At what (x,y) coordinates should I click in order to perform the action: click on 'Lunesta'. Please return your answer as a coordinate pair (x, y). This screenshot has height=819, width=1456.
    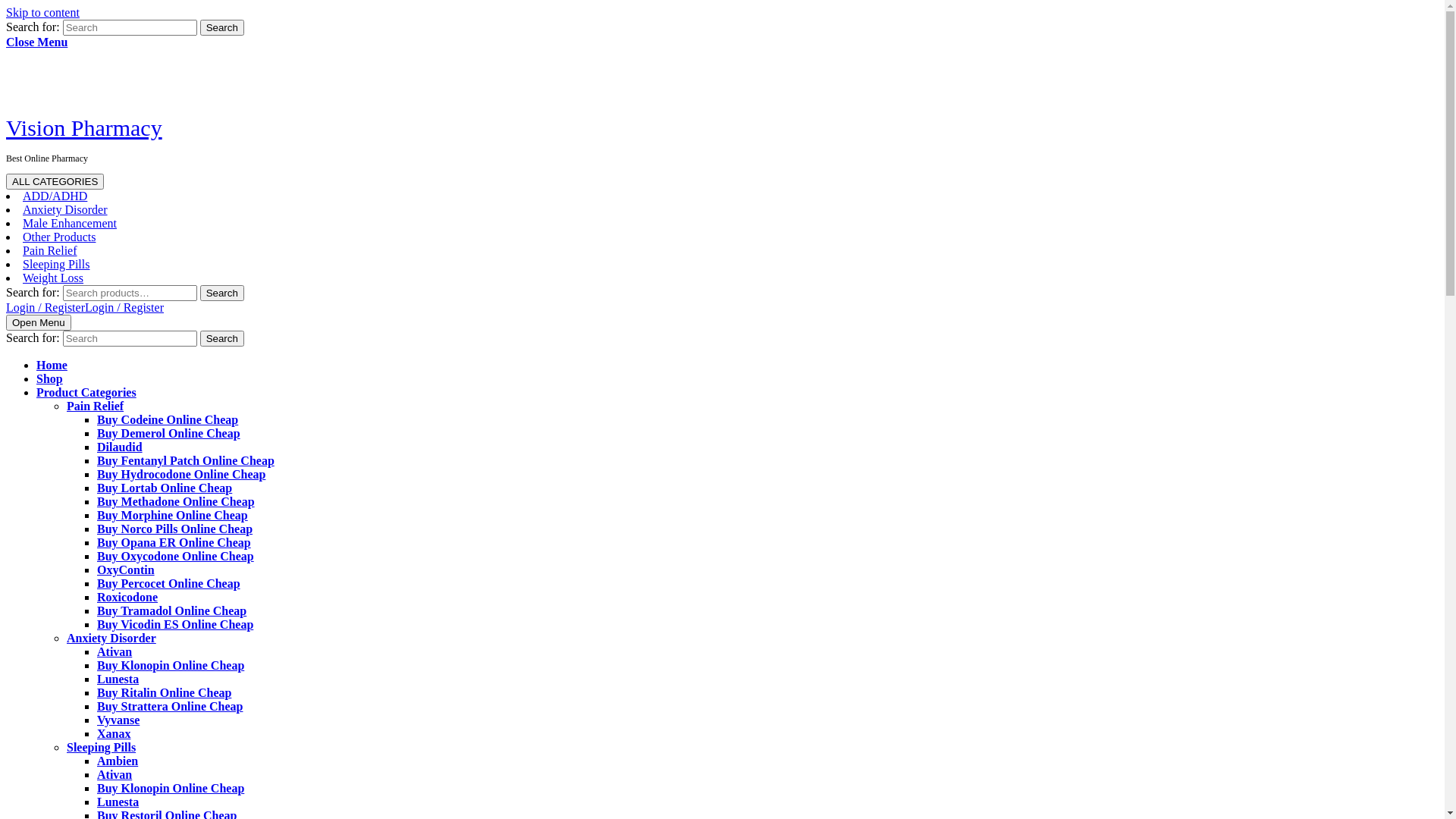
    Looking at the image, I should click on (117, 678).